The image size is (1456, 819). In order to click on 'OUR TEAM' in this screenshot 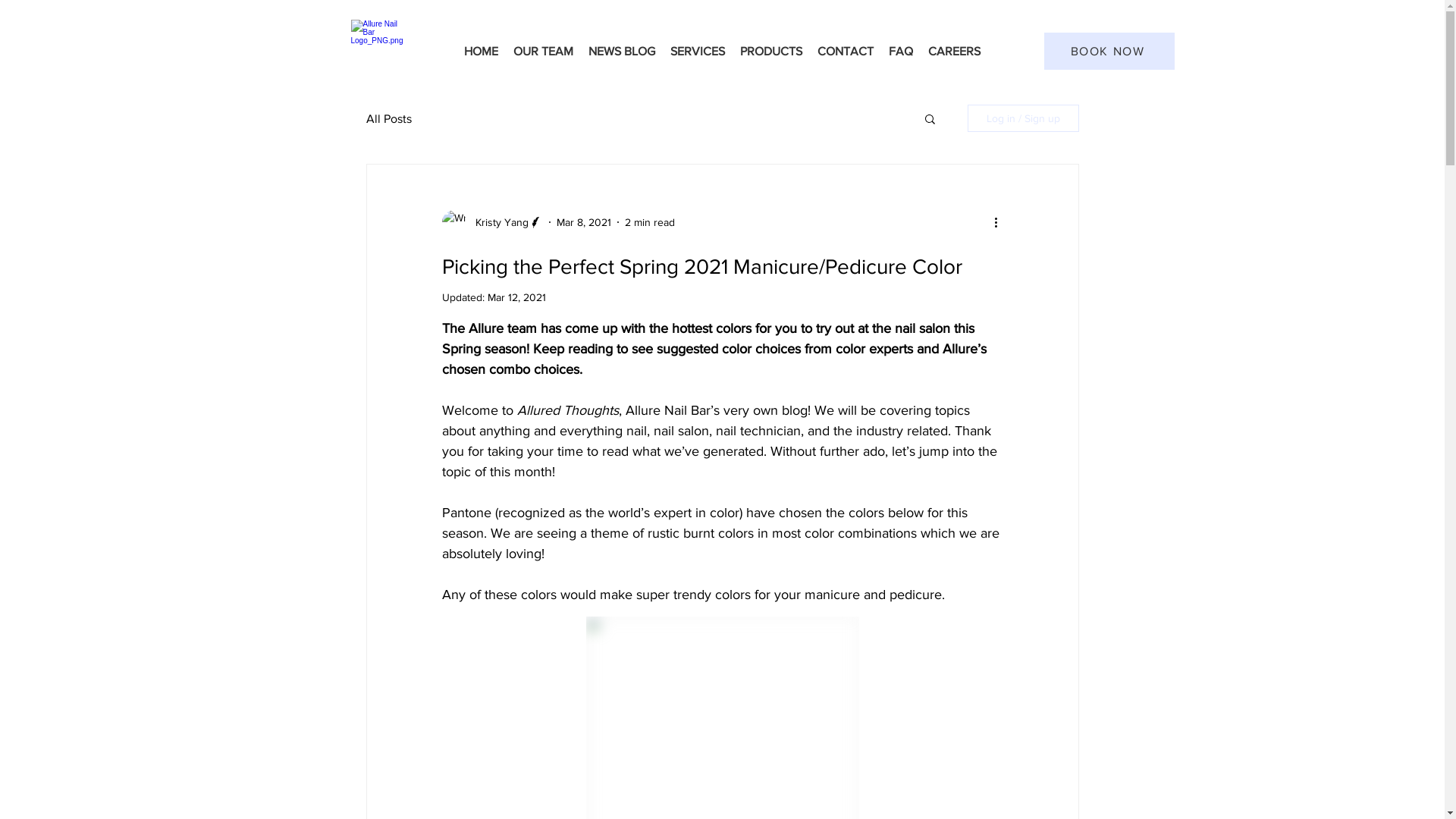, I will do `click(543, 50)`.